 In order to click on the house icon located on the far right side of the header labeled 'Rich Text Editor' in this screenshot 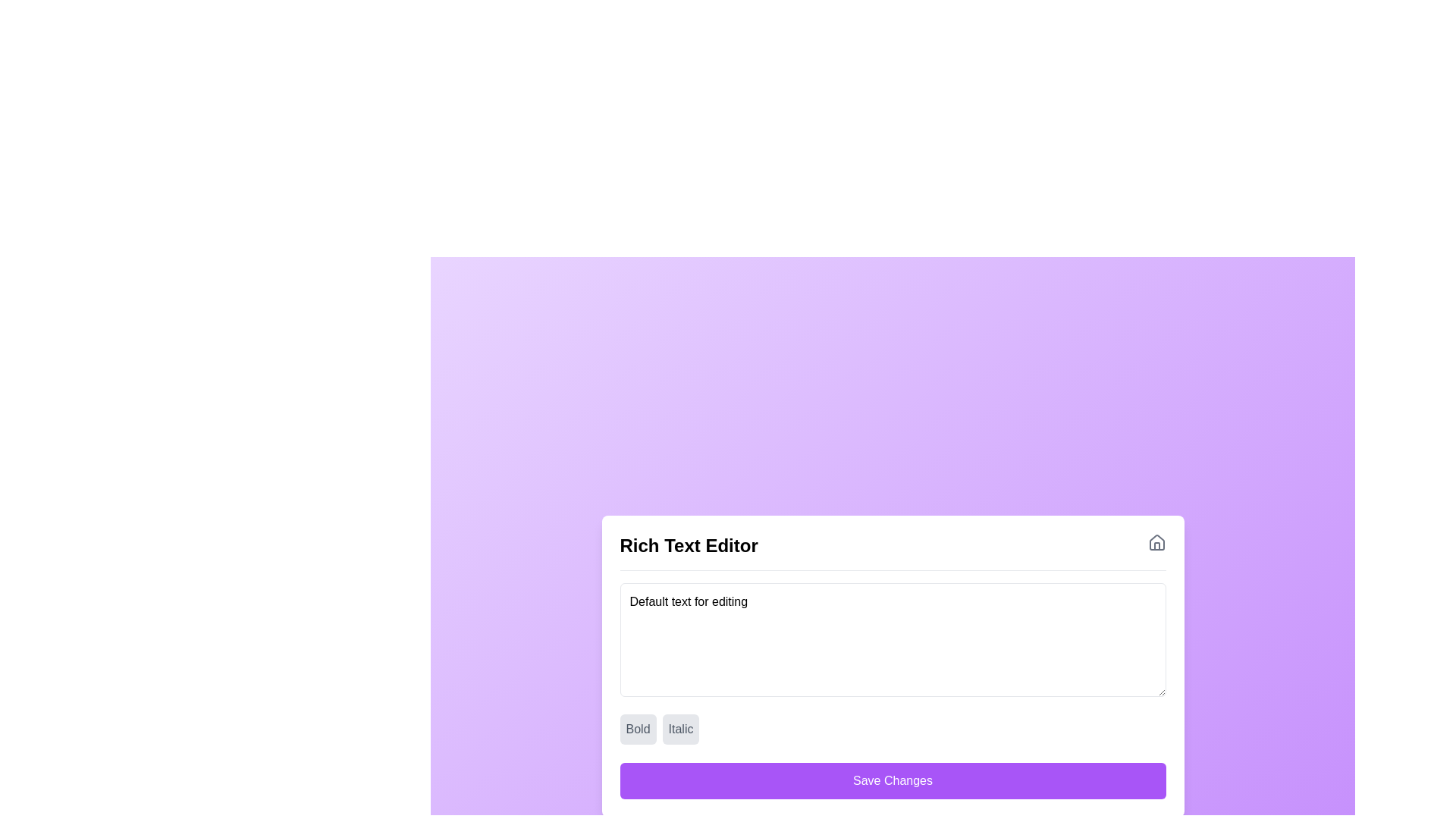, I will do `click(1156, 542)`.